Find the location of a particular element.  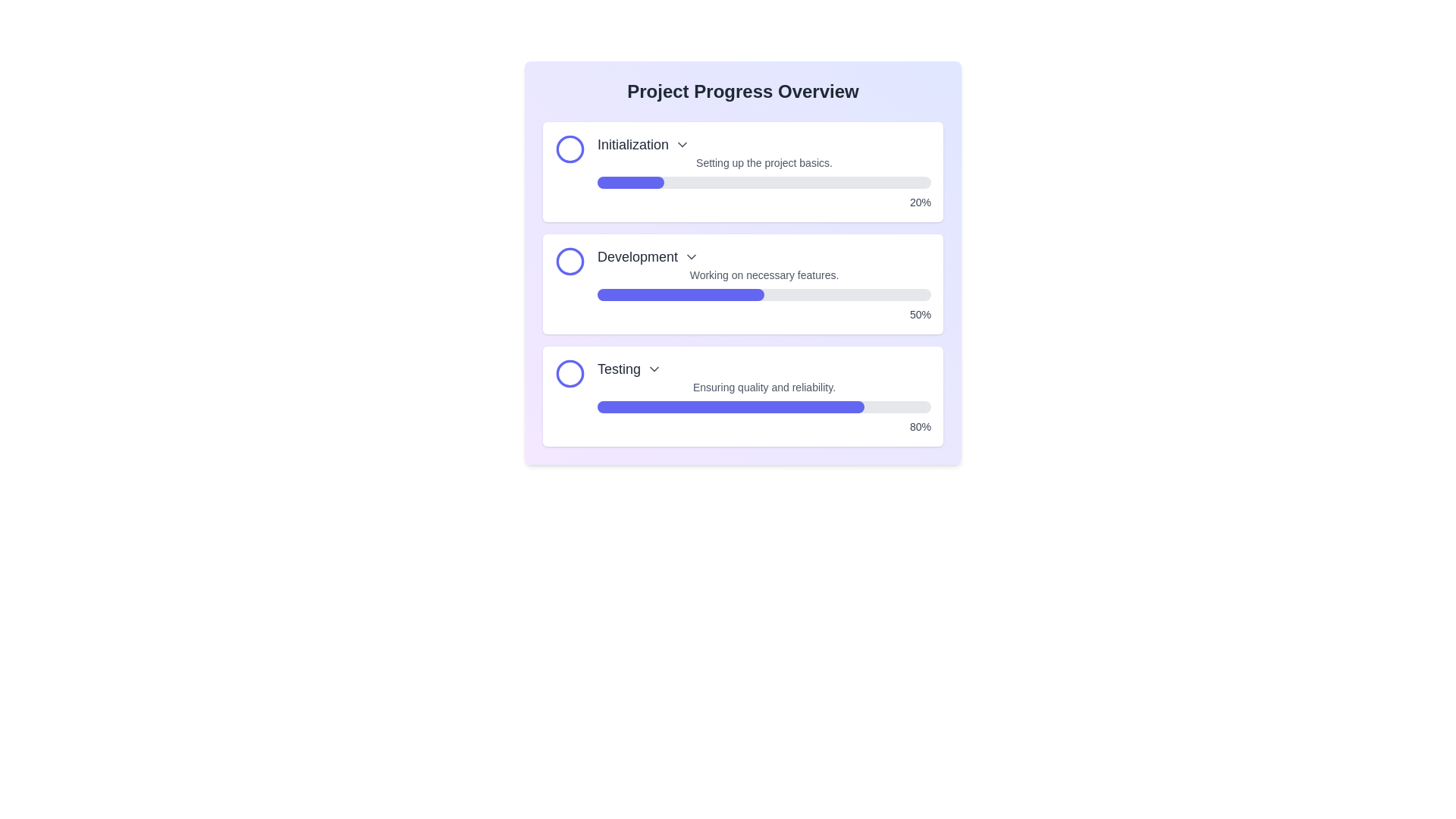

the Circular progress indicator icon located next to the 'Development' text in the progress section, which is characterized by its blue stroke and circular border is located at coordinates (570, 260).